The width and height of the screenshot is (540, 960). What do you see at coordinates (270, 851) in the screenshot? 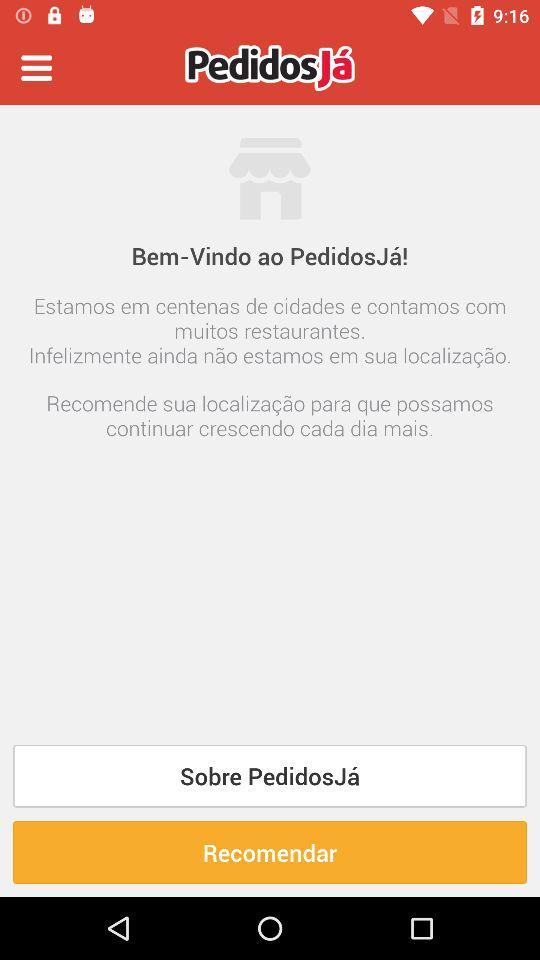
I see `the recomendar` at bounding box center [270, 851].